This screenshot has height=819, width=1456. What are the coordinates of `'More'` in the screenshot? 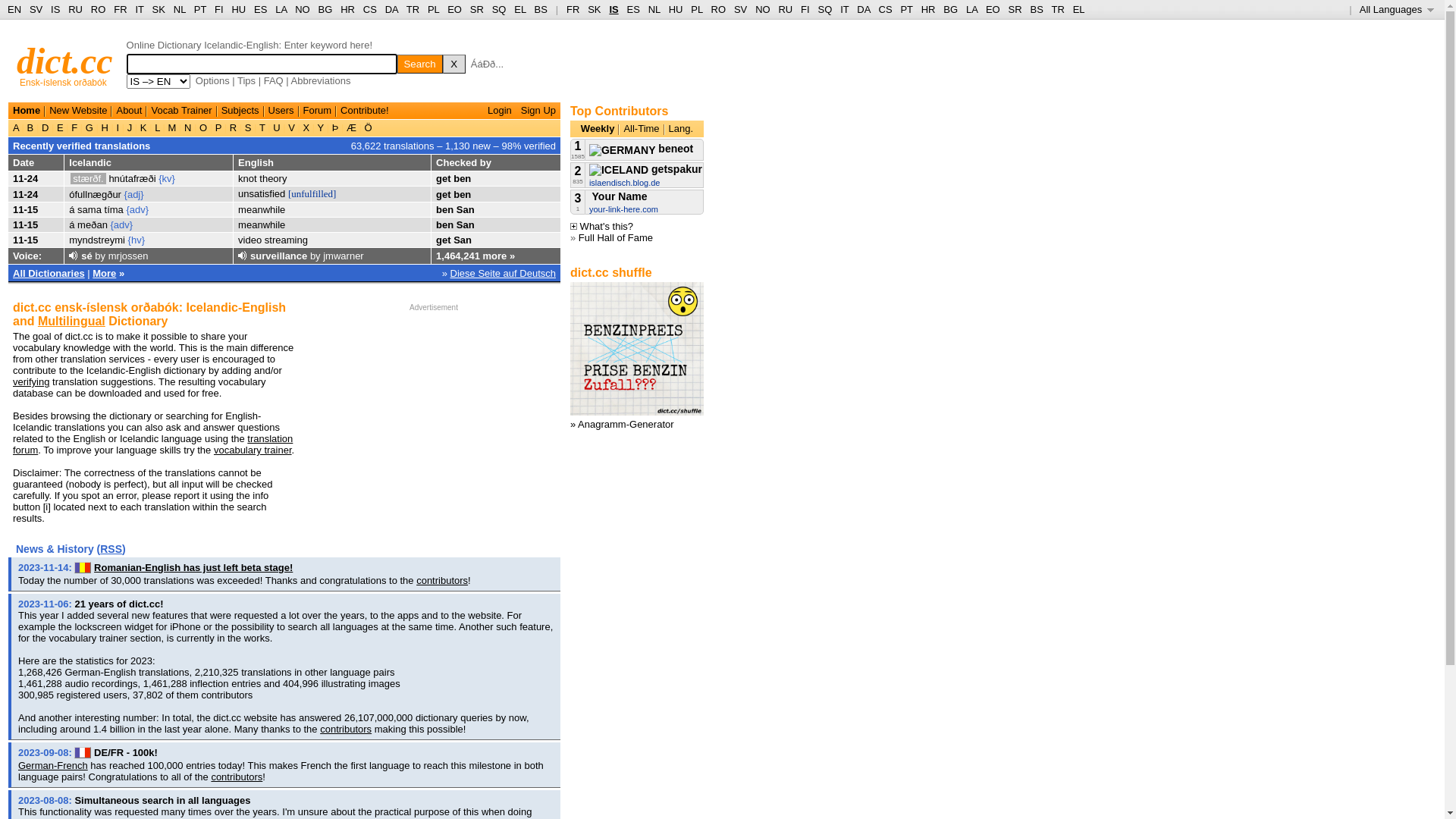 It's located at (91, 271).